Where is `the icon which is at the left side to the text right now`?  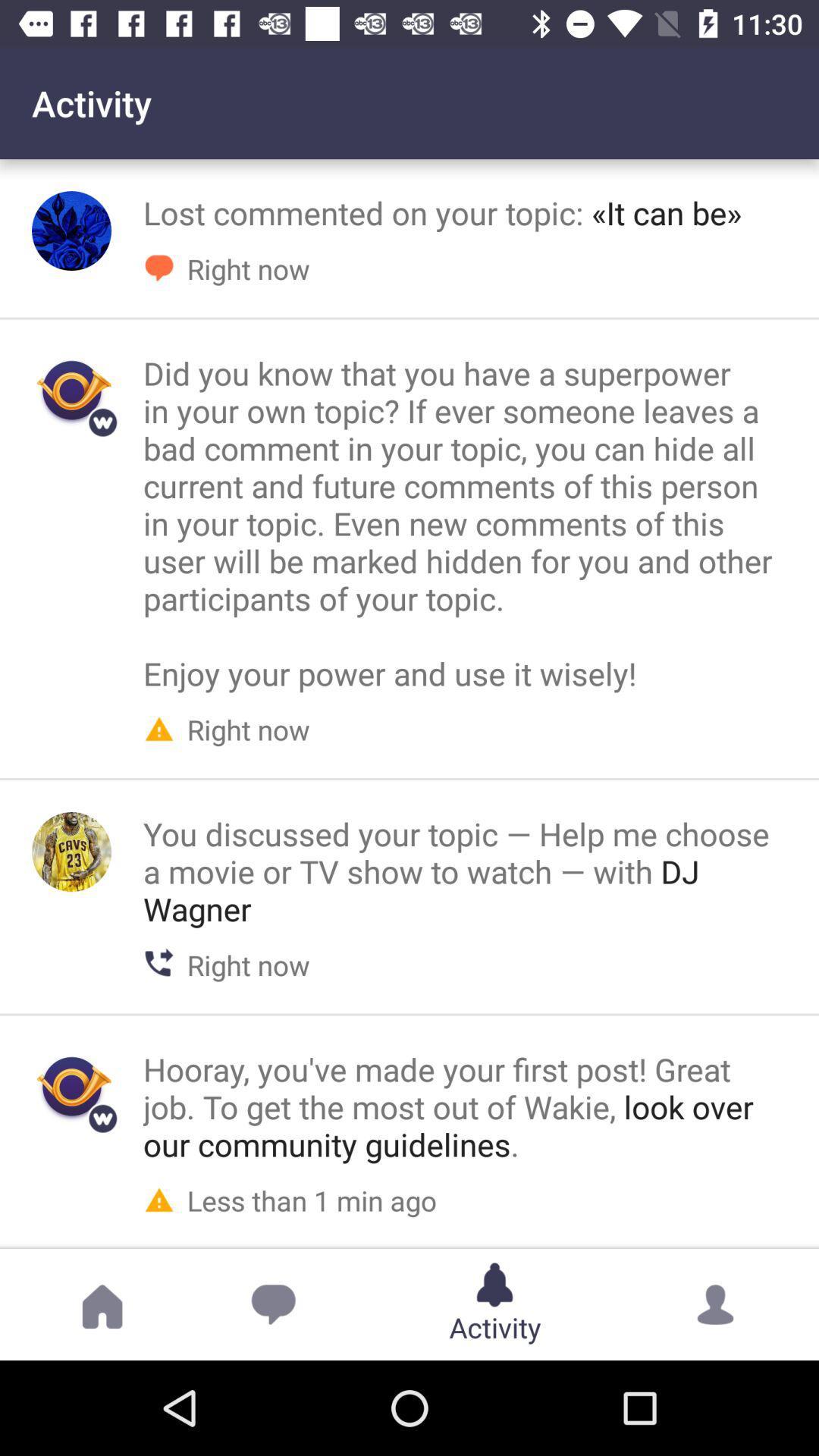 the icon which is at the left side to the text right now is located at coordinates (158, 726).